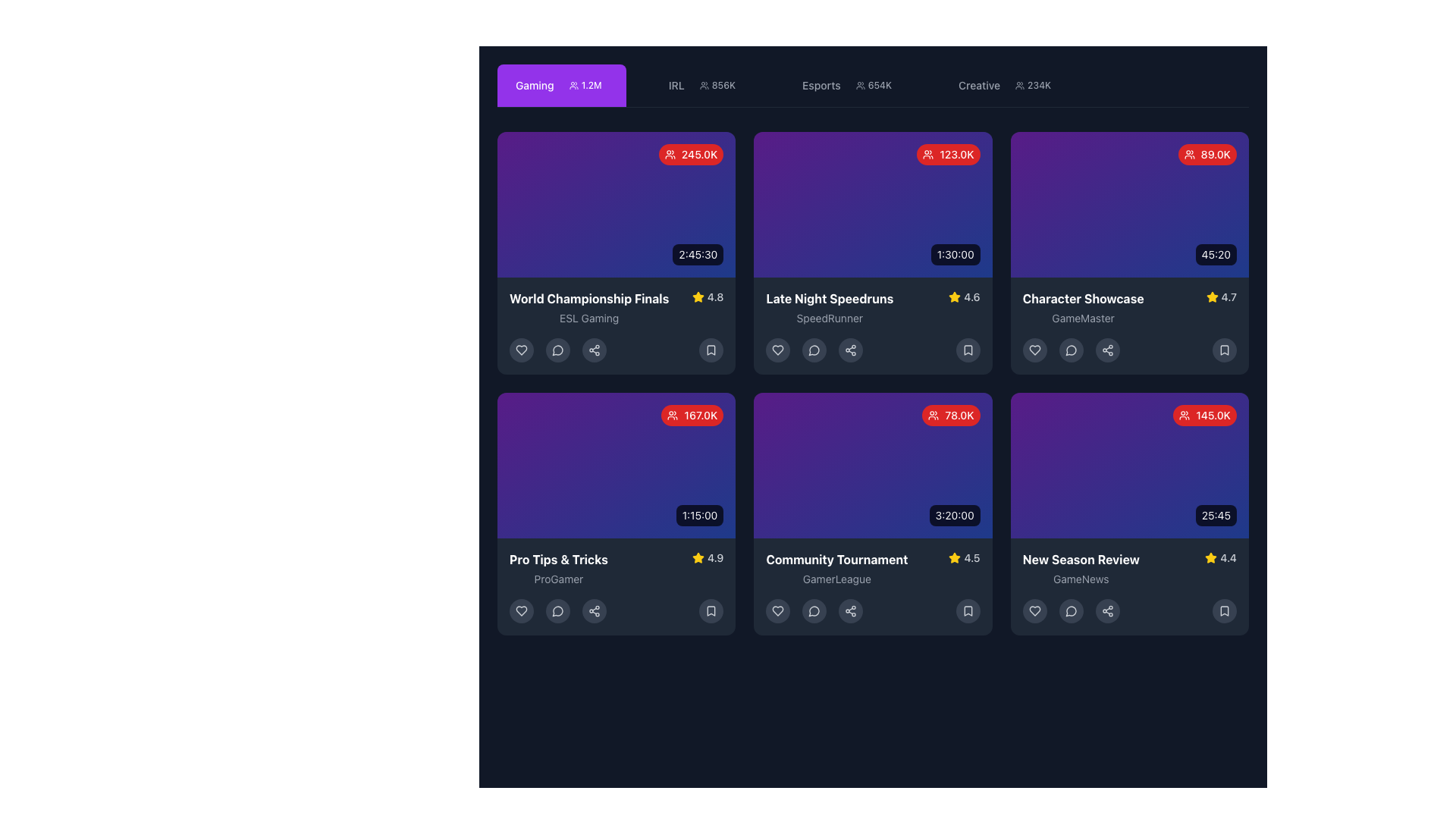 This screenshot has width=1456, height=819. What do you see at coordinates (1080, 559) in the screenshot?
I see `the text label displaying 'New Season Review' in bold white font located in the bottom-right card, above the 'GameNews' label and to the left of the star rating indicator` at bounding box center [1080, 559].